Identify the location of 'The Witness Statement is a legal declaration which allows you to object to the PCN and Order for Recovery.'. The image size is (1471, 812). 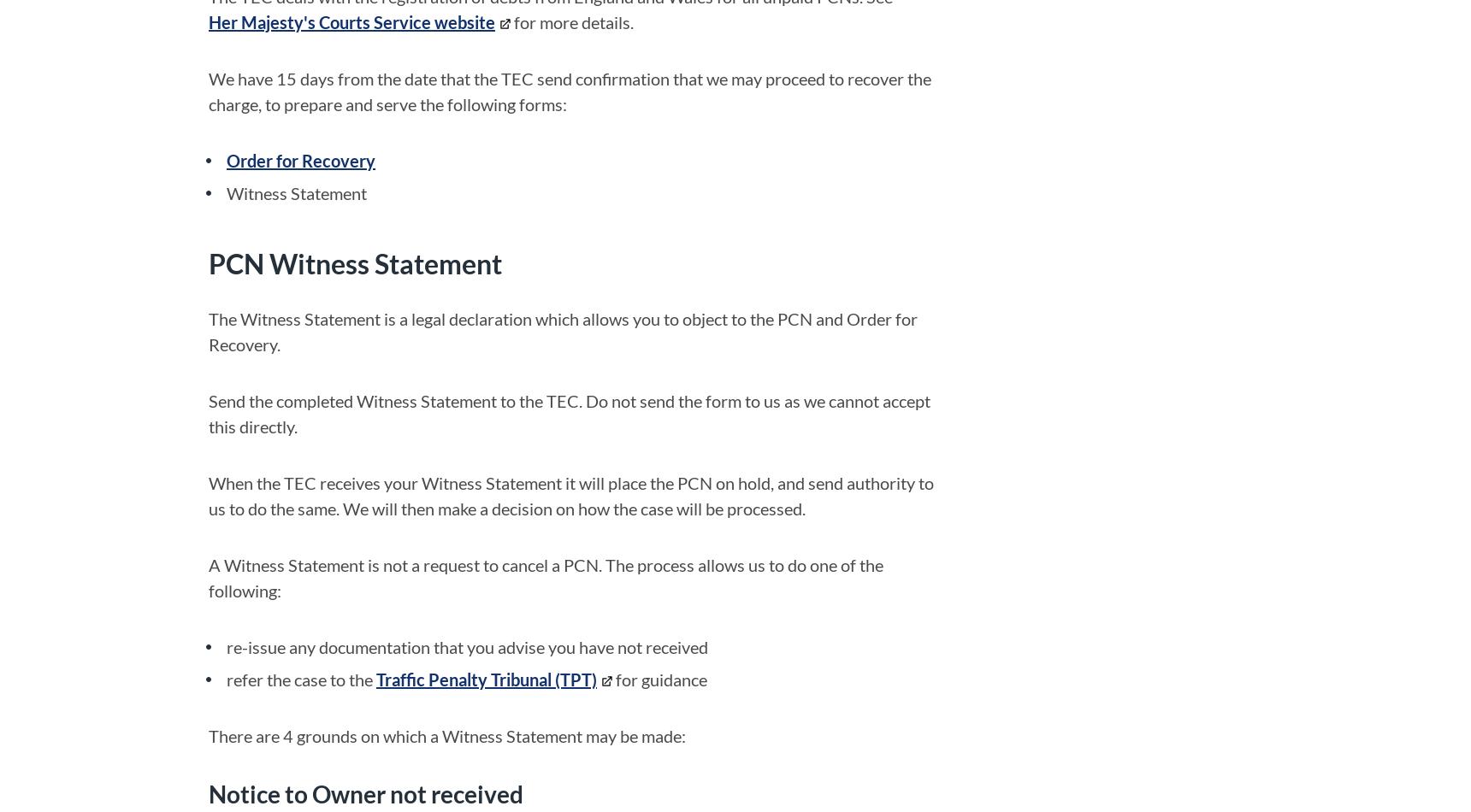
(563, 330).